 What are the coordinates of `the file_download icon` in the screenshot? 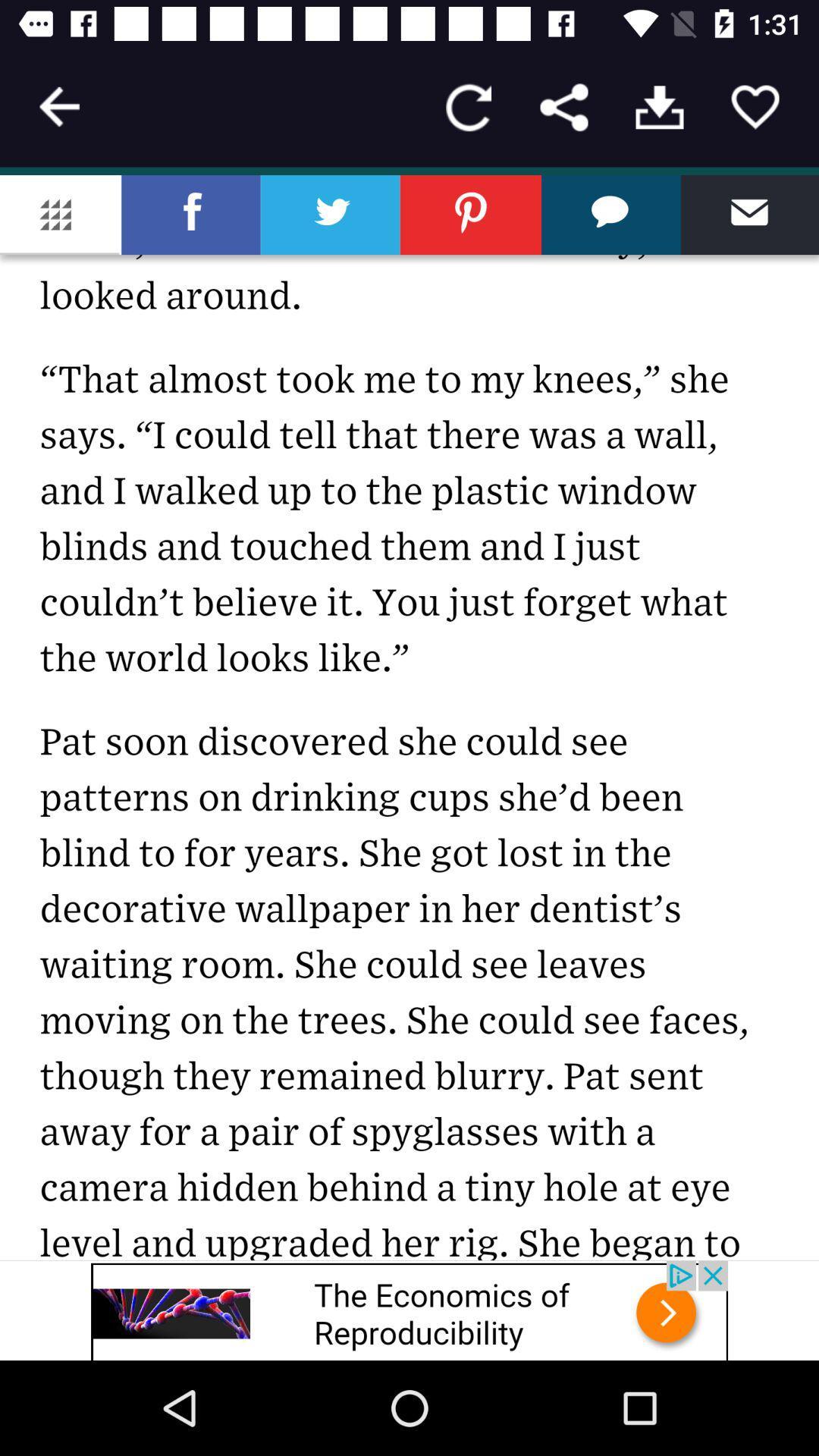 It's located at (659, 106).